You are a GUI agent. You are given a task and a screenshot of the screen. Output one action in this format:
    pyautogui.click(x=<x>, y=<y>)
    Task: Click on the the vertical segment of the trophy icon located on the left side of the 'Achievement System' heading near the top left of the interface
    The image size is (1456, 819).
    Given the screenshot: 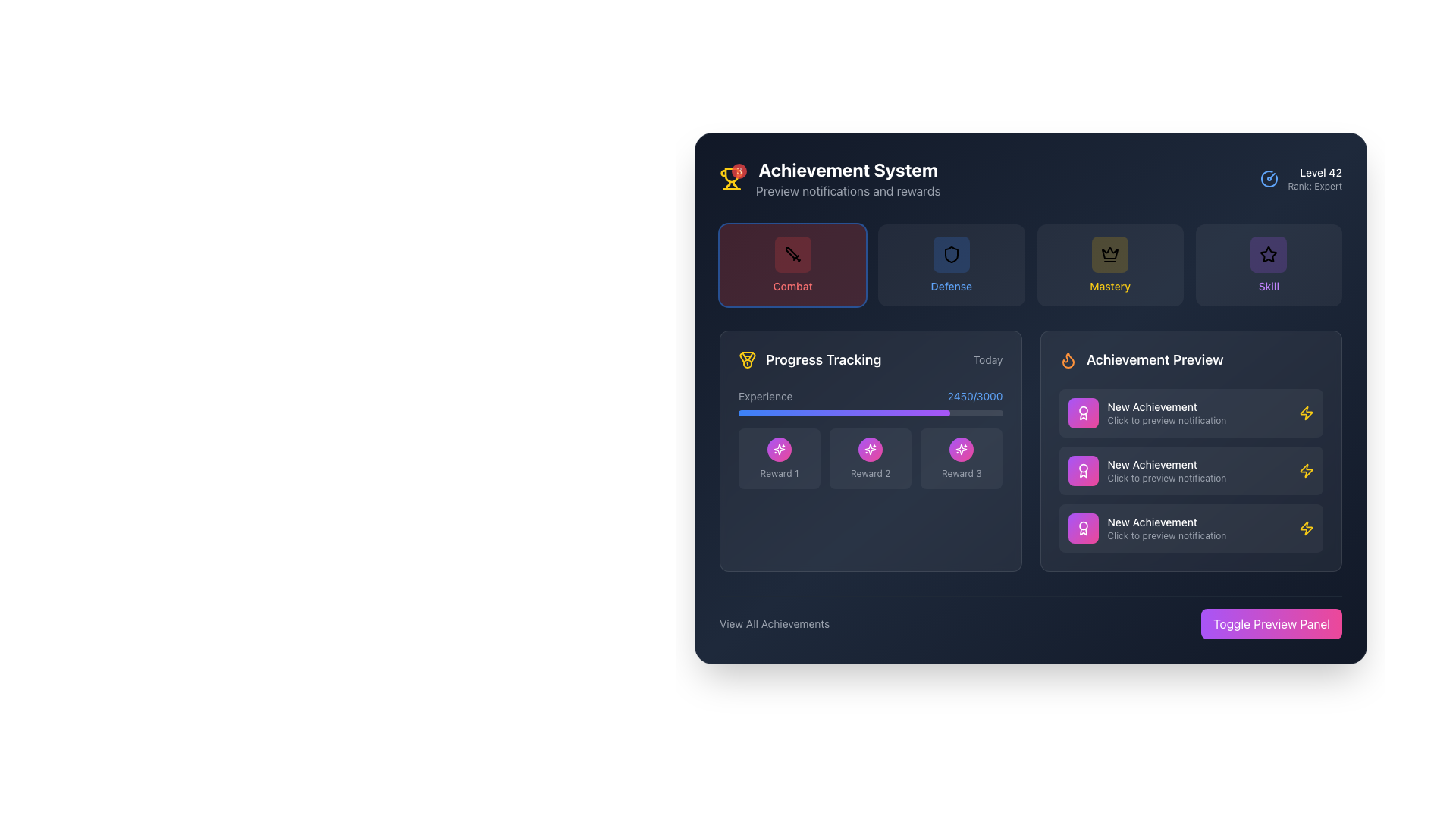 What is the action you would take?
    pyautogui.click(x=728, y=184)
    